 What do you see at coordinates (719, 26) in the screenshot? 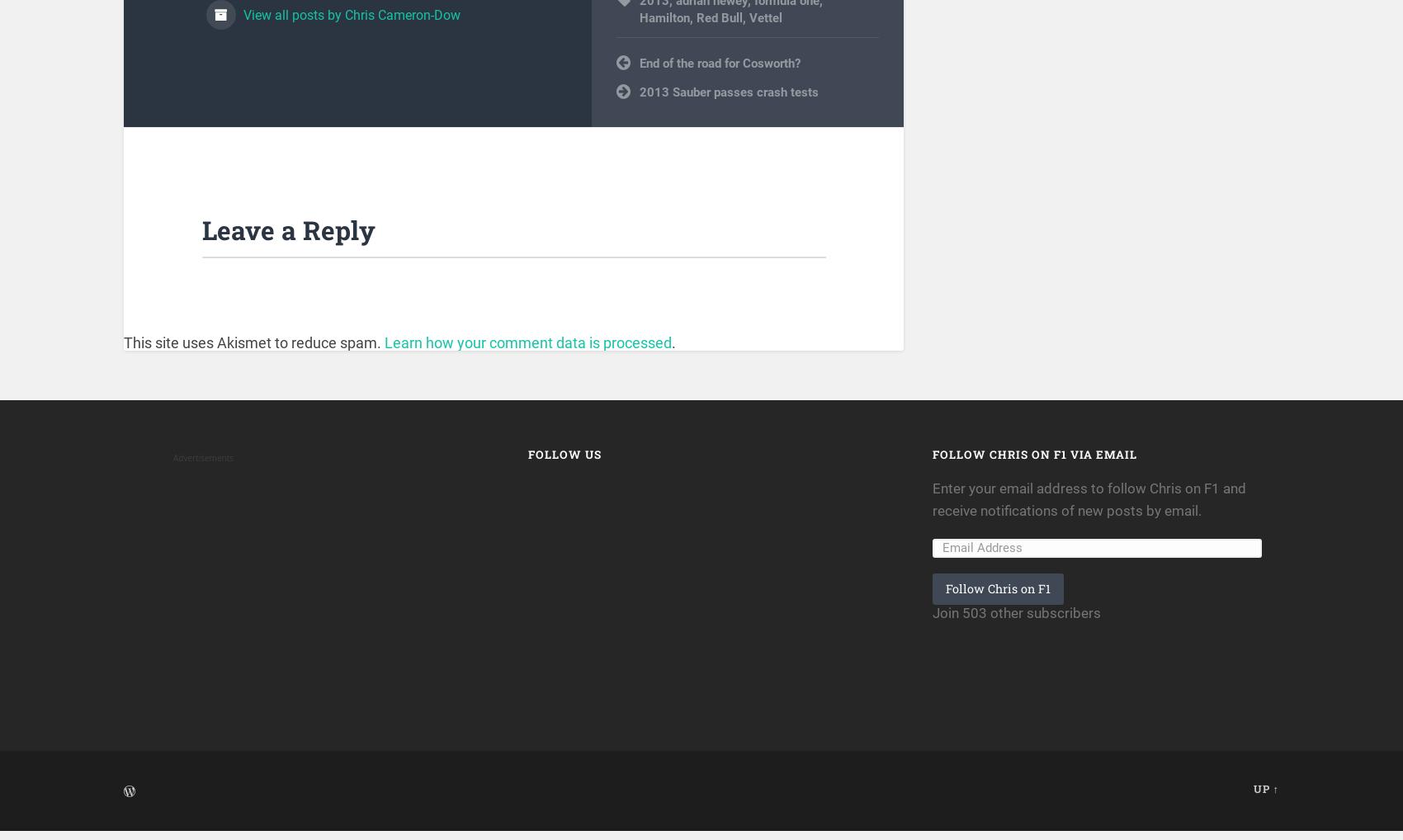
I see `'Red Bull'` at bounding box center [719, 26].